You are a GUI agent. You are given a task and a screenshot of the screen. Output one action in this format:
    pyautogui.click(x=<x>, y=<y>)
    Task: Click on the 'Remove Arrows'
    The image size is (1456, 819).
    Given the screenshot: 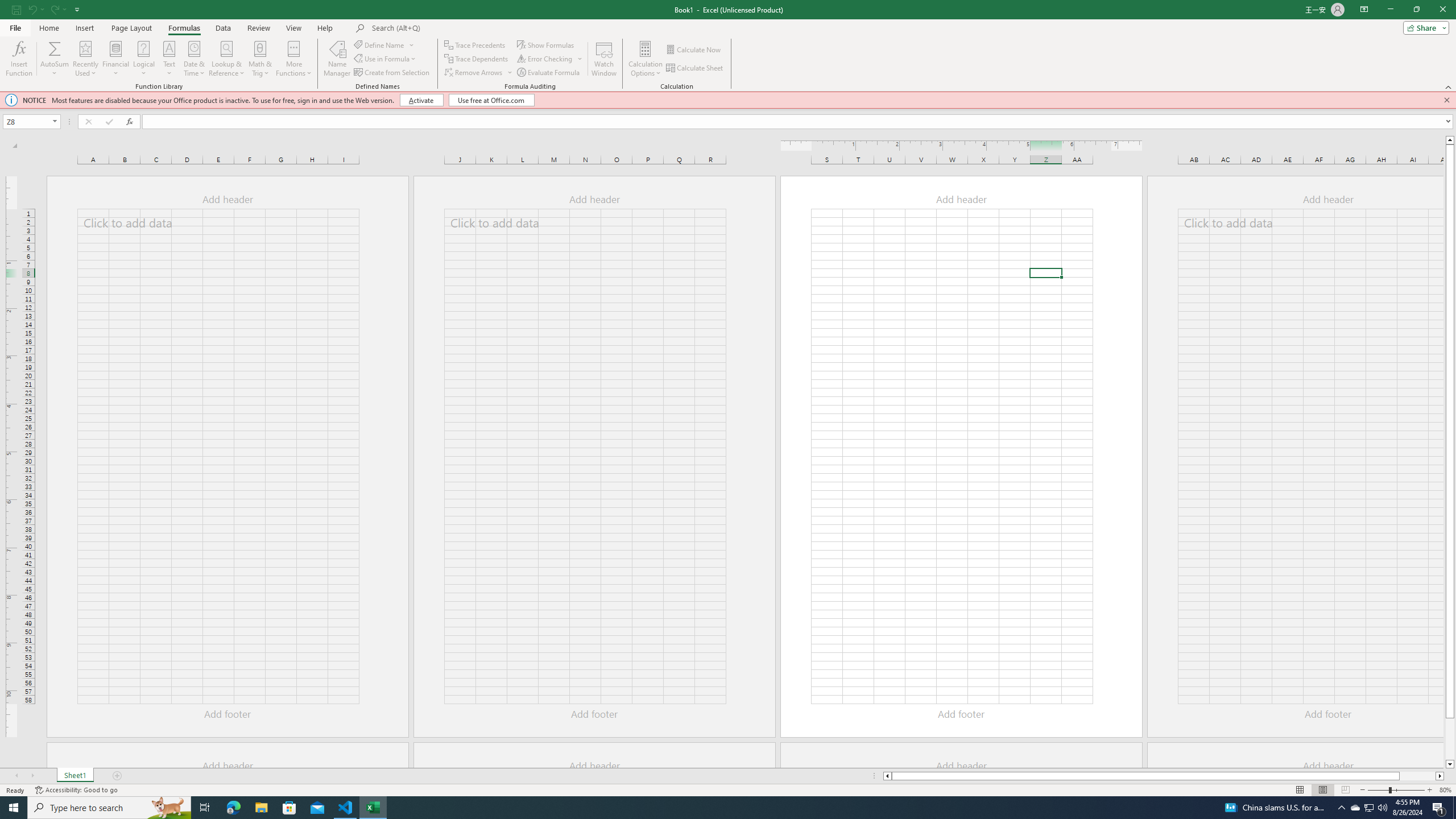 What is the action you would take?
    pyautogui.click(x=474, y=72)
    